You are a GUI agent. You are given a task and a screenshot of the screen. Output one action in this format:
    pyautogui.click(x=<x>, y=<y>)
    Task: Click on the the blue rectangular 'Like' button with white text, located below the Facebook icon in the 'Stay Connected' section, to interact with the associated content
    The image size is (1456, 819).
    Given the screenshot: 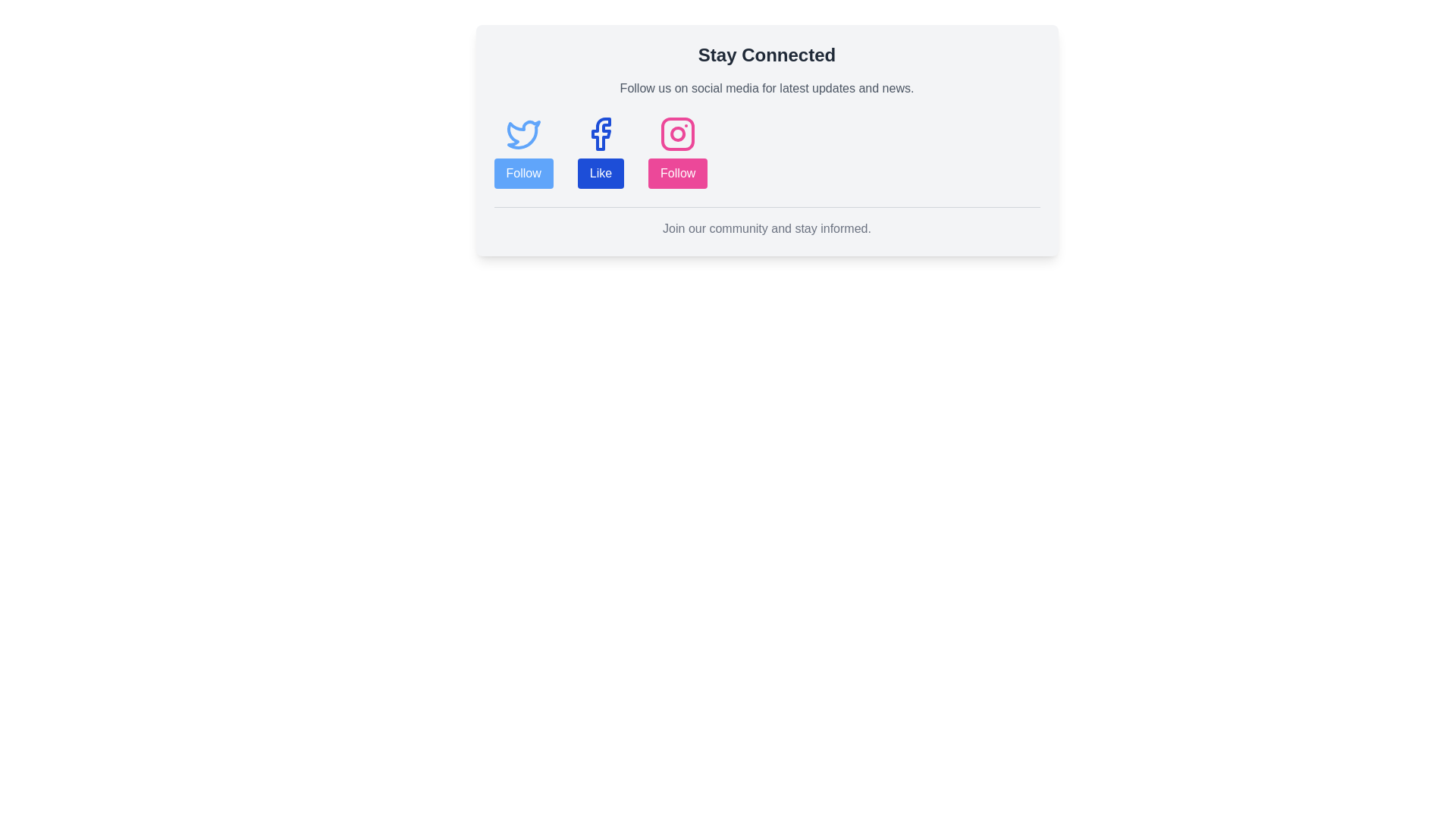 What is the action you would take?
    pyautogui.click(x=600, y=172)
    